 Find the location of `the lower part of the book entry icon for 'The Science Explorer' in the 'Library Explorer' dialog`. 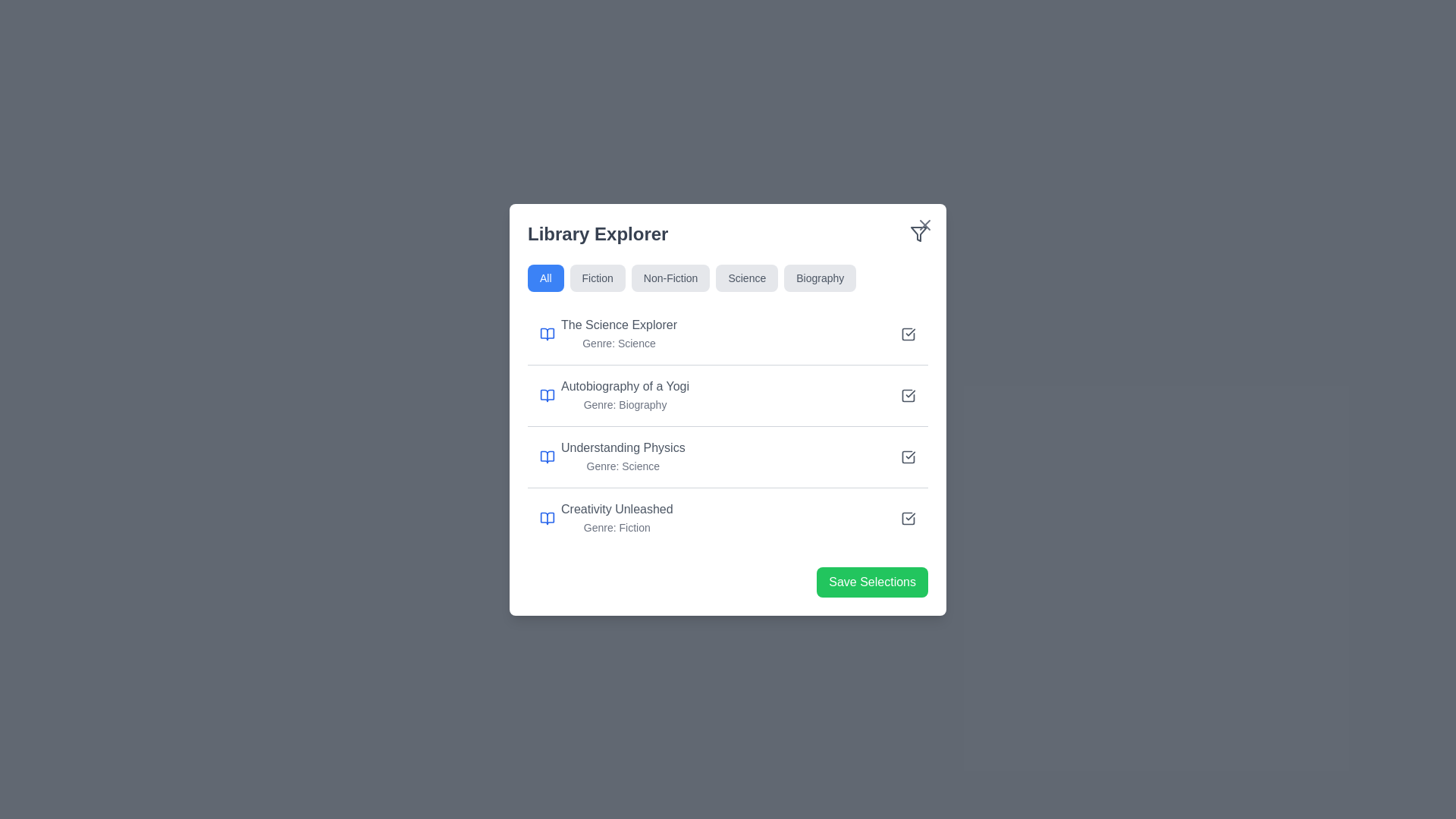

the lower part of the book entry icon for 'The Science Explorer' in the 'Library Explorer' dialog is located at coordinates (546, 333).